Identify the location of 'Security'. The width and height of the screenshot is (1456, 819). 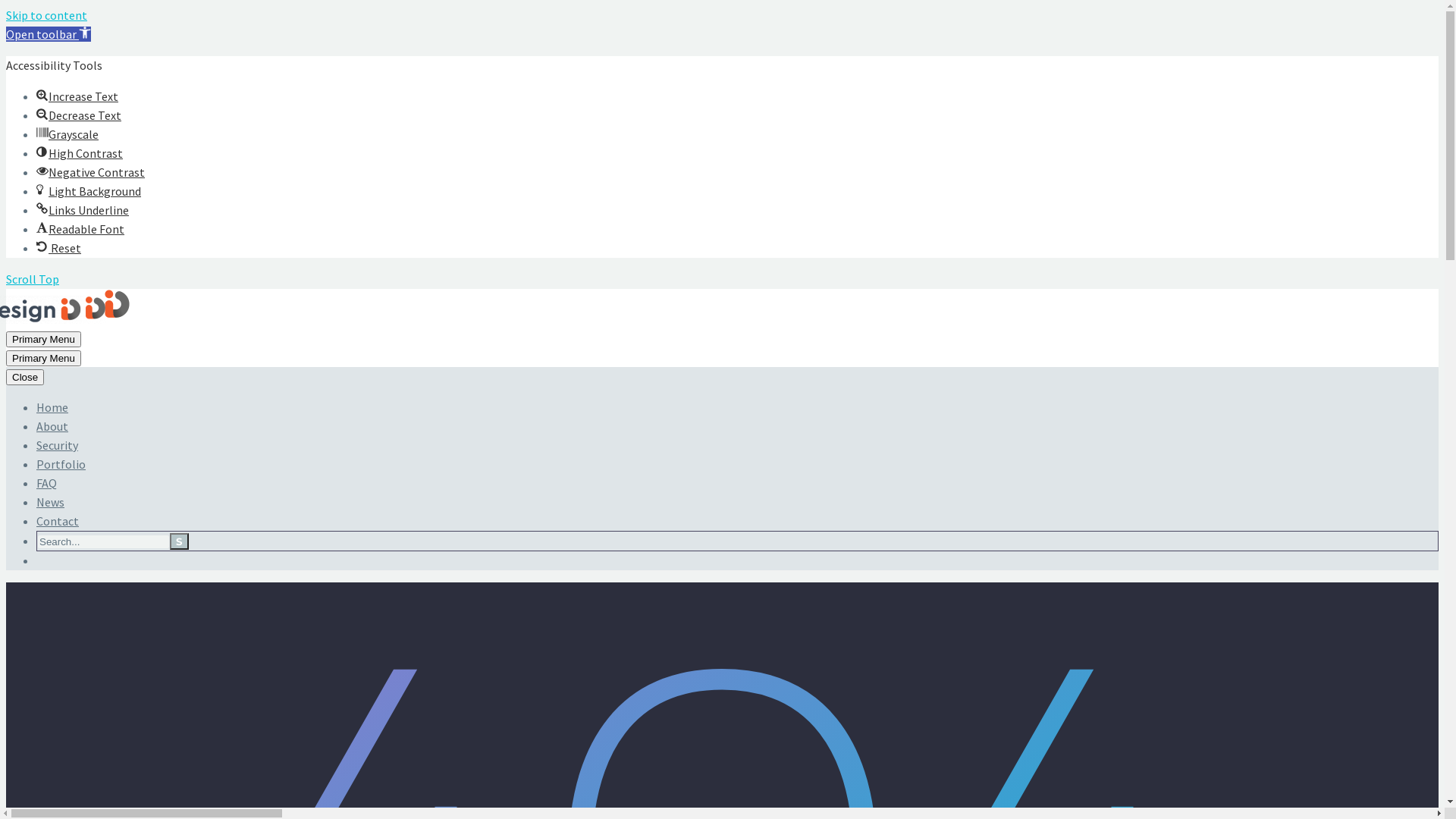
(57, 444).